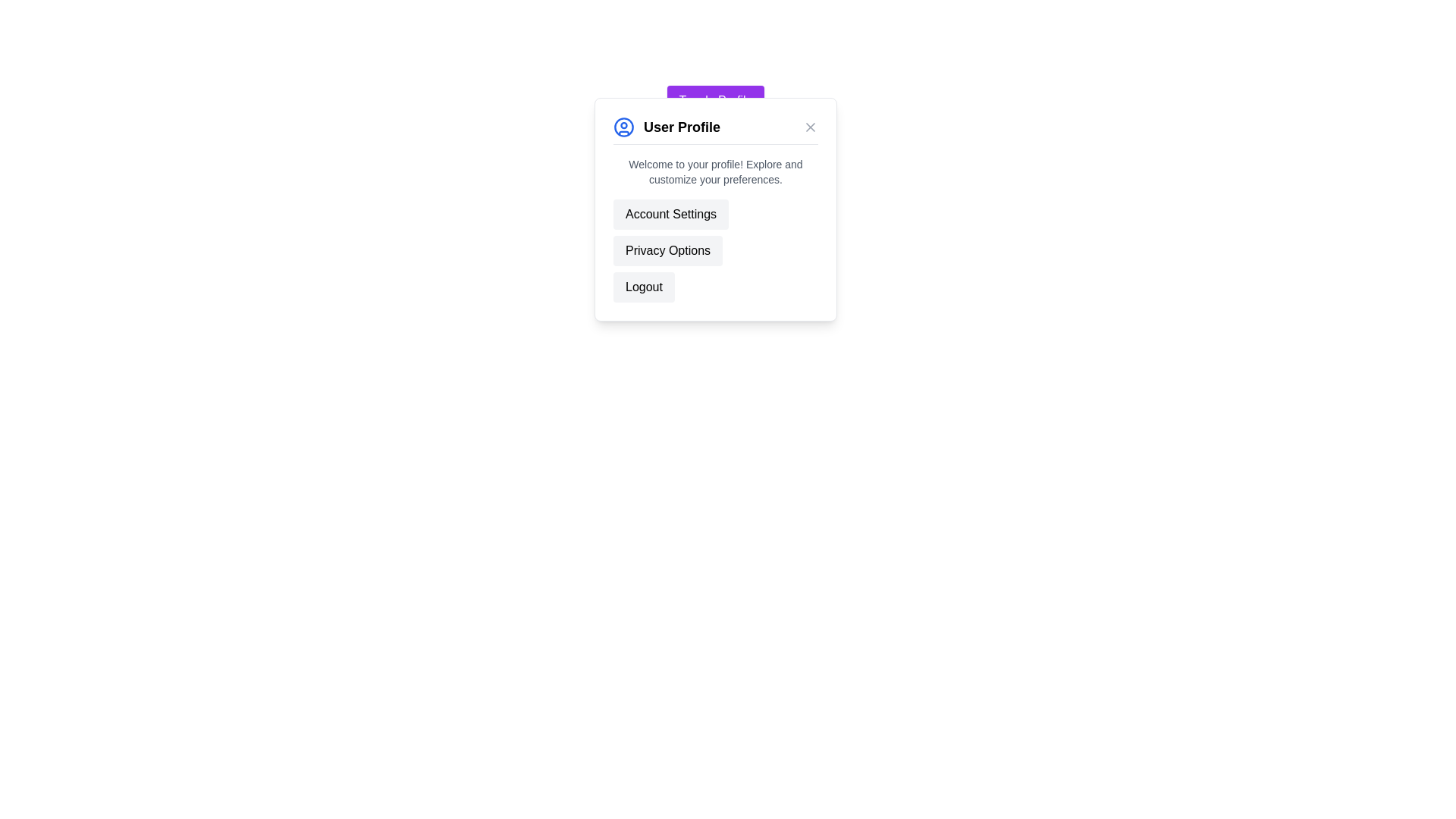 The image size is (1456, 819). What do you see at coordinates (644, 287) in the screenshot?
I see `the logout button located in the 'User Profile' modal dialog, which is the third item below the 'Privacy Options' button` at bounding box center [644, 287].